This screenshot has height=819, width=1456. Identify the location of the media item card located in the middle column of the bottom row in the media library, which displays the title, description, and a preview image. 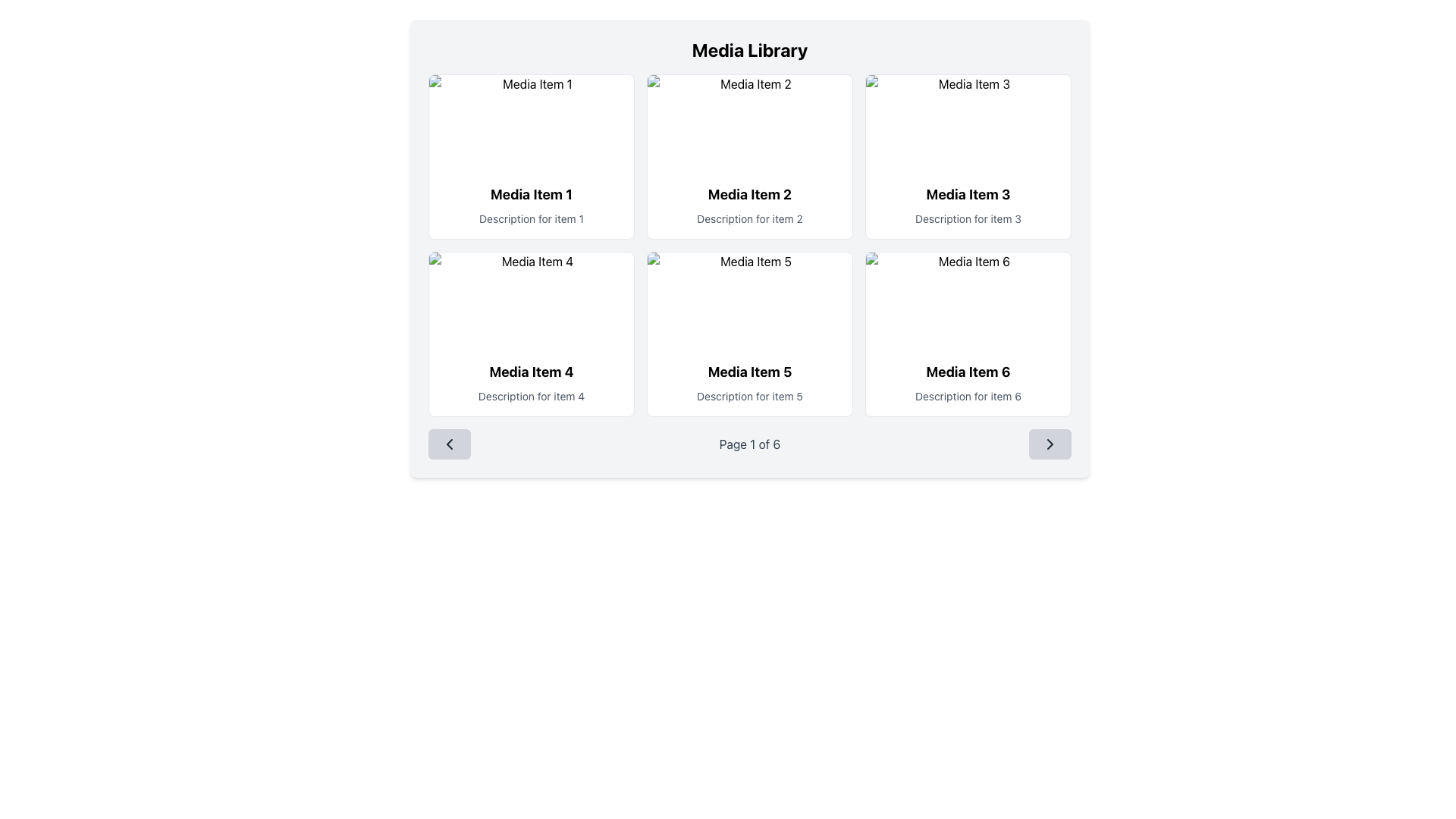
(749, 333).